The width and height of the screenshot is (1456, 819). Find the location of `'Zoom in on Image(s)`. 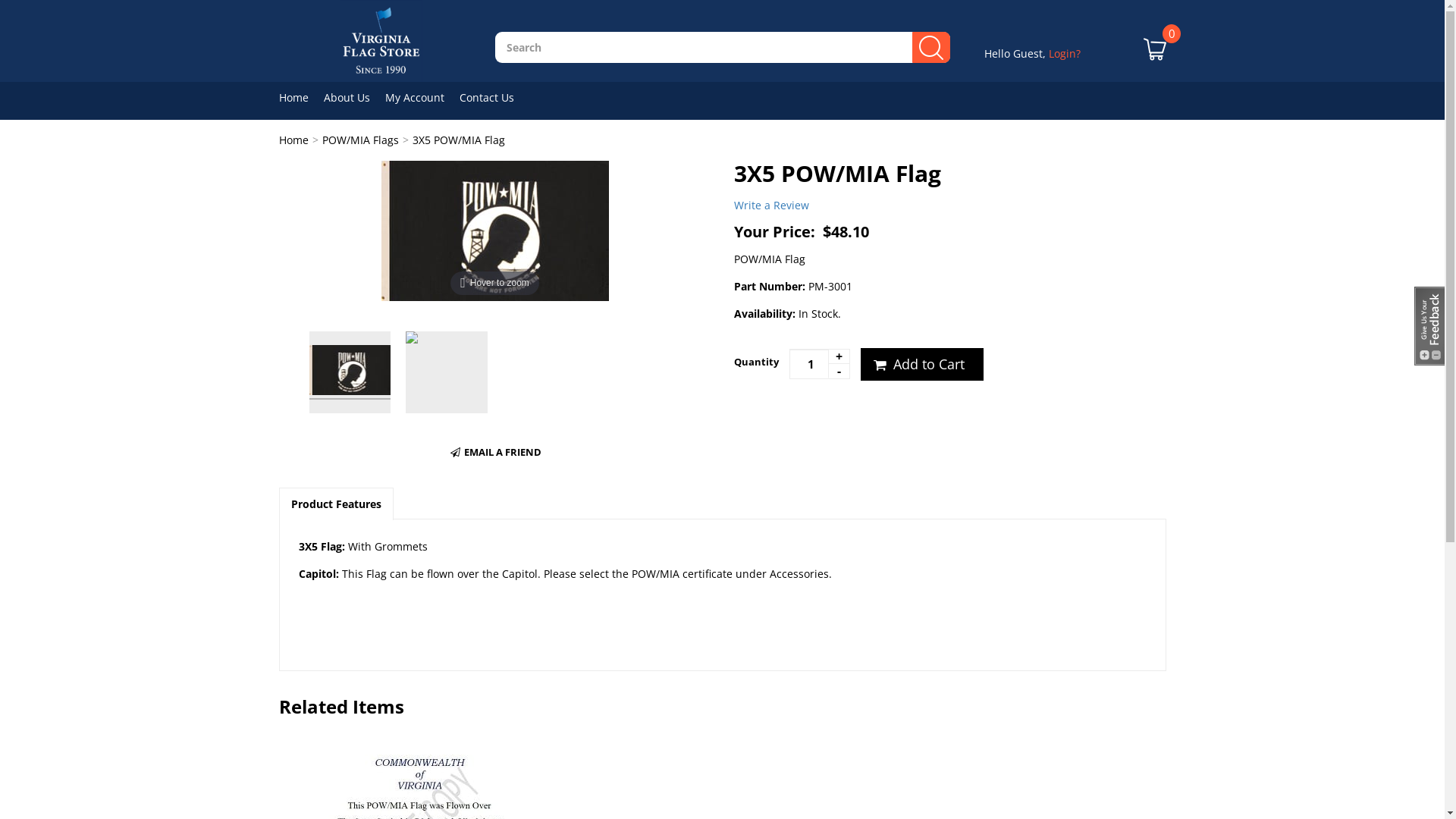

'Zoom in on Image(s) is located at coordinates (494, 229).